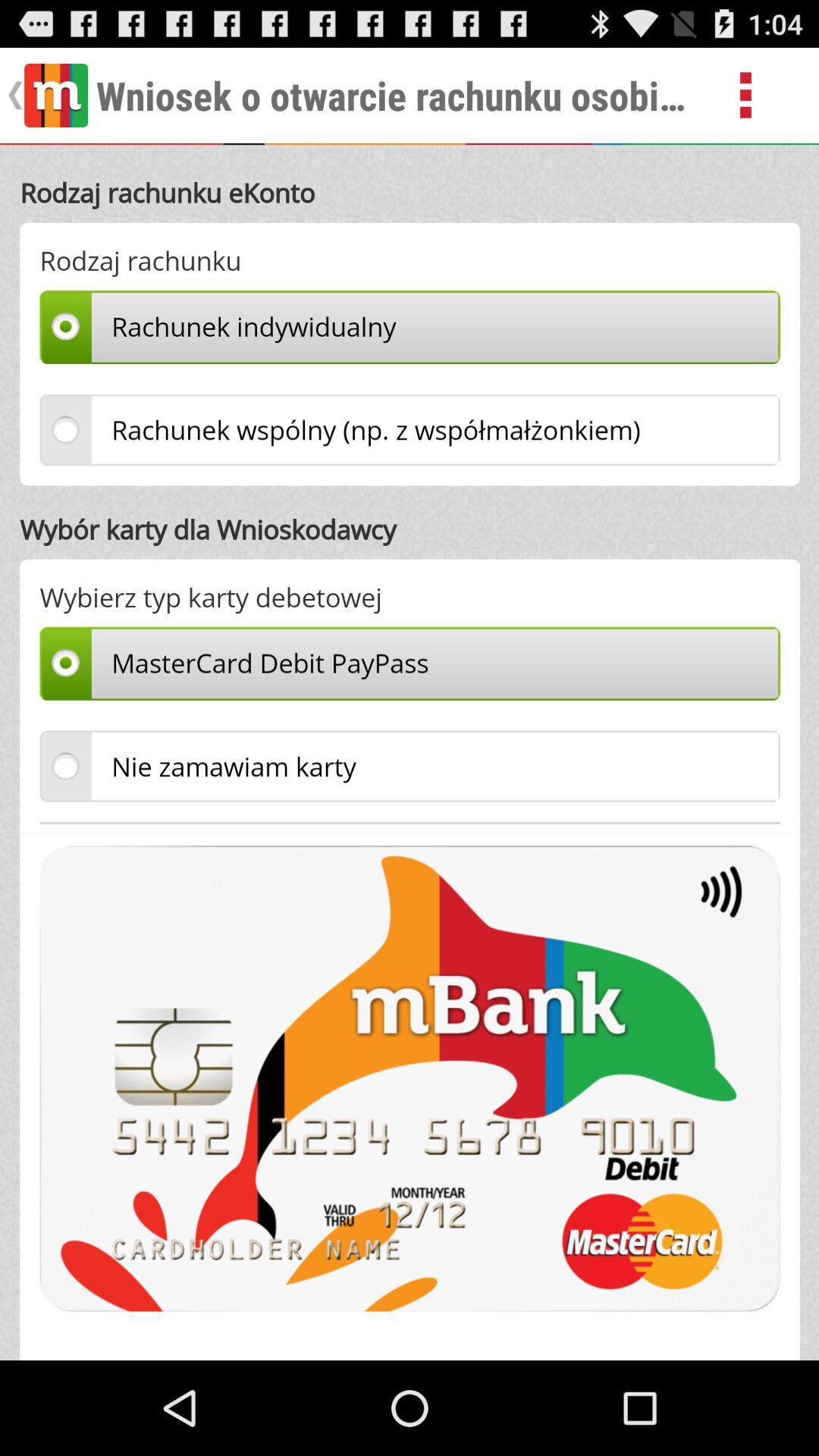 This screenshot has height=1456, width=819. Describe the element at coordinates (763, 94) in the screenshot. I see `options` at that location.